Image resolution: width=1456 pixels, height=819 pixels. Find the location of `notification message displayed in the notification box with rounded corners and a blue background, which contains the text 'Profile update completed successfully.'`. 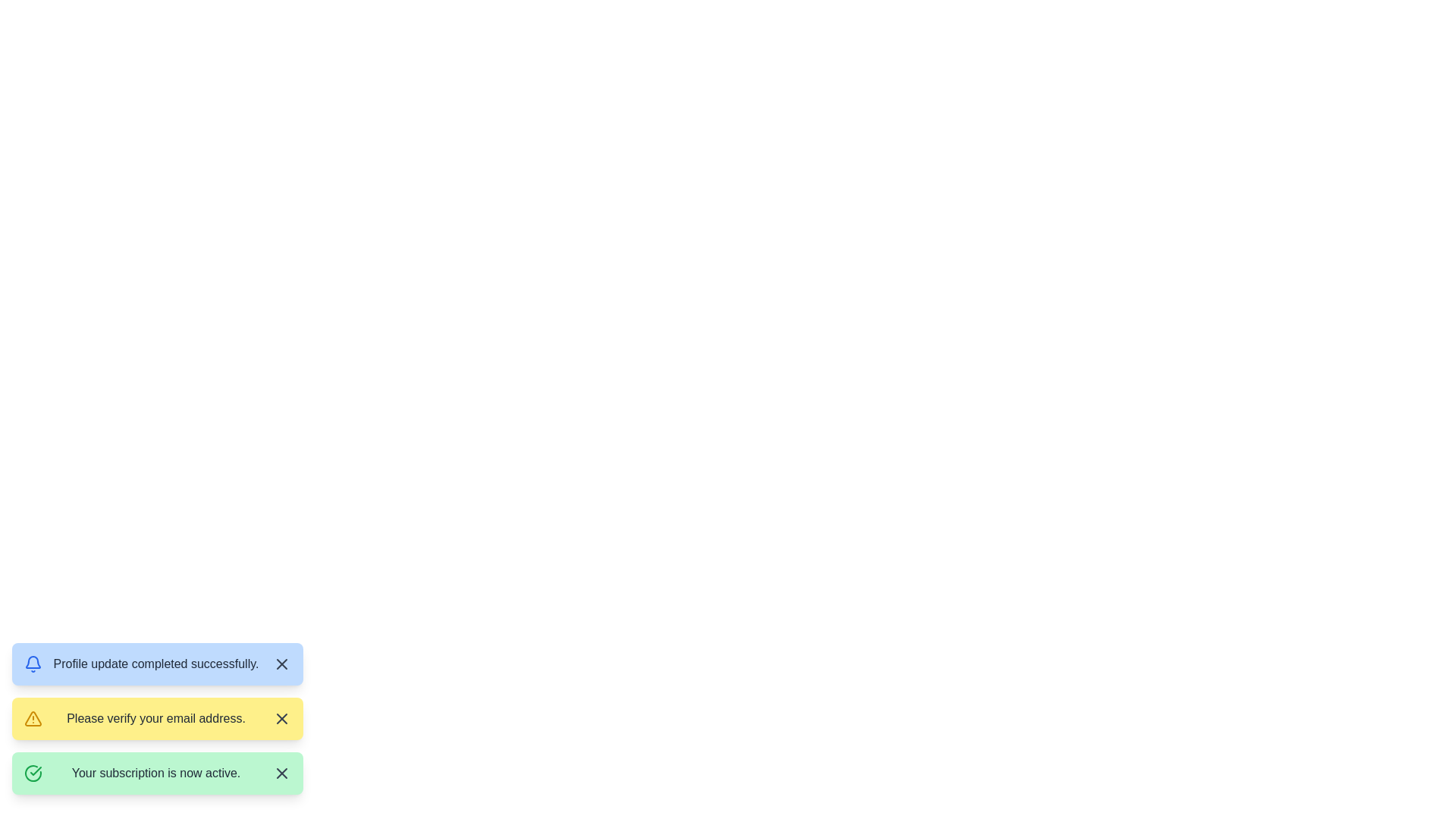

notification message displayed in the notification box with rounded corners and a blue background, which contains the text 'Profile update completed successfully.' is located at coordinates (157, 663).